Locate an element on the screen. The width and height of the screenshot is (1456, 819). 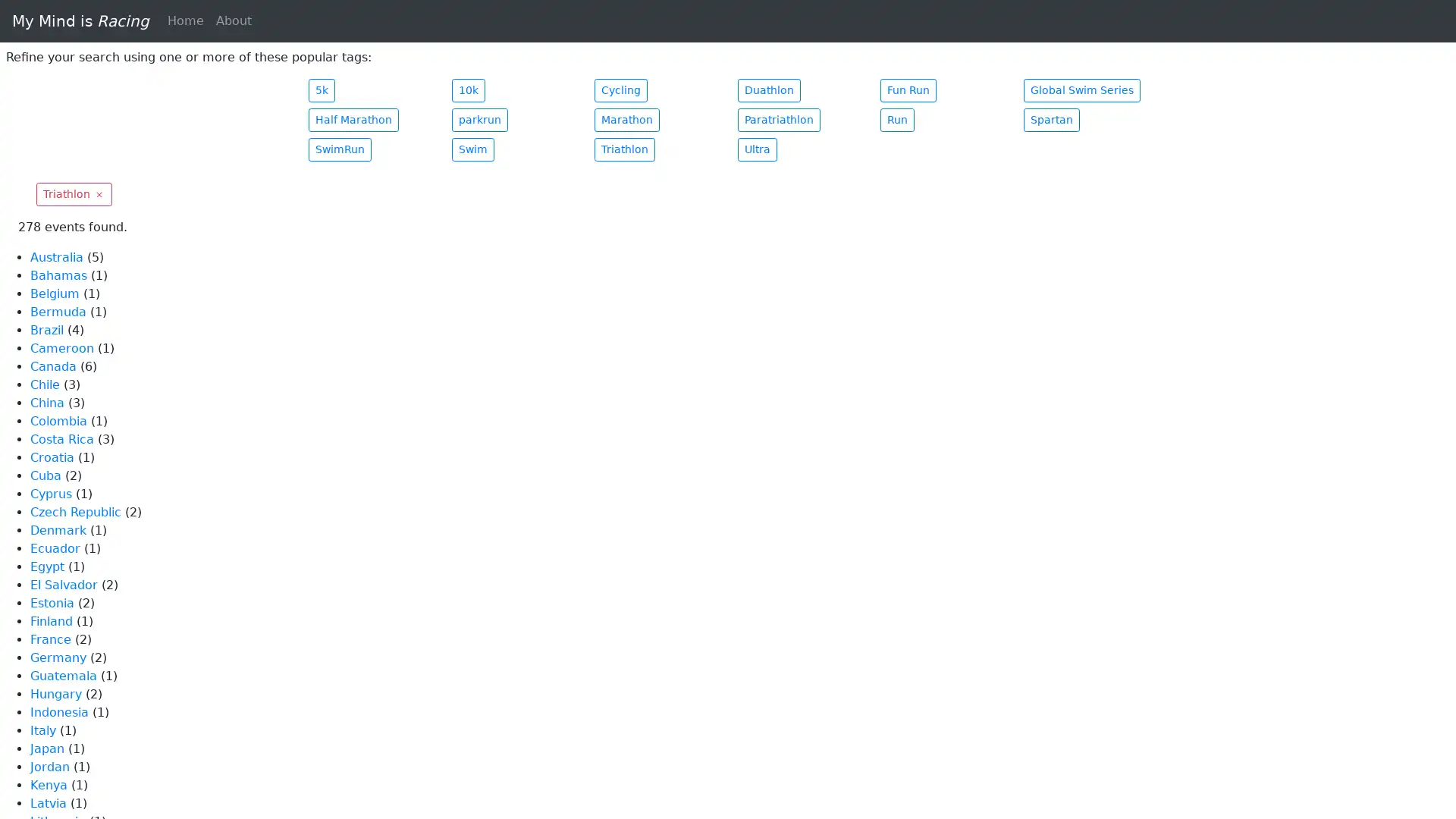
Fun Run is located at coordinates (908, 90).